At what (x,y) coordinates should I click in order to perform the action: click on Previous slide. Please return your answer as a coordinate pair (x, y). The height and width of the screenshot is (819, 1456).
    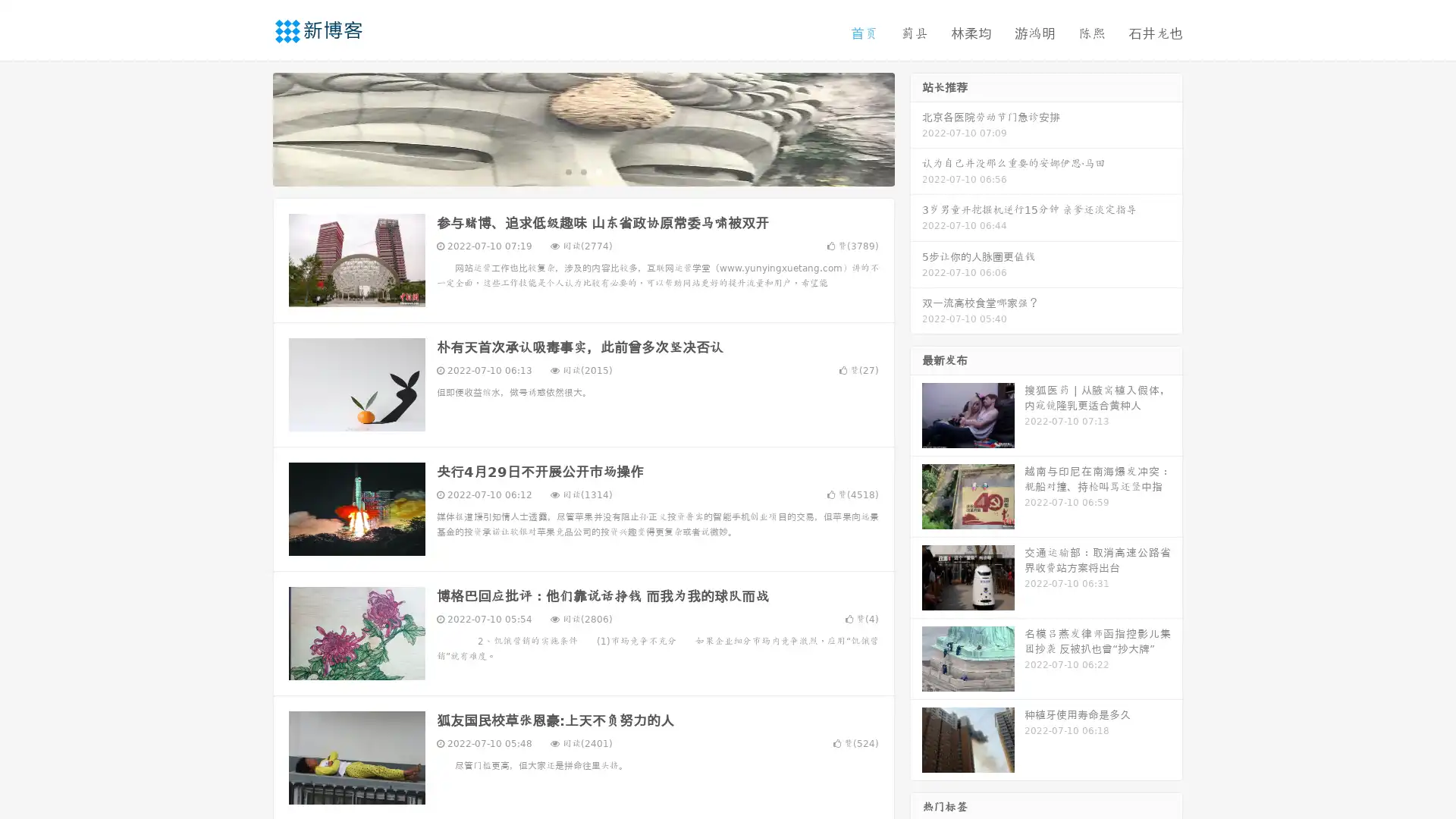
    Looking at the image, I should click on (250, 127).